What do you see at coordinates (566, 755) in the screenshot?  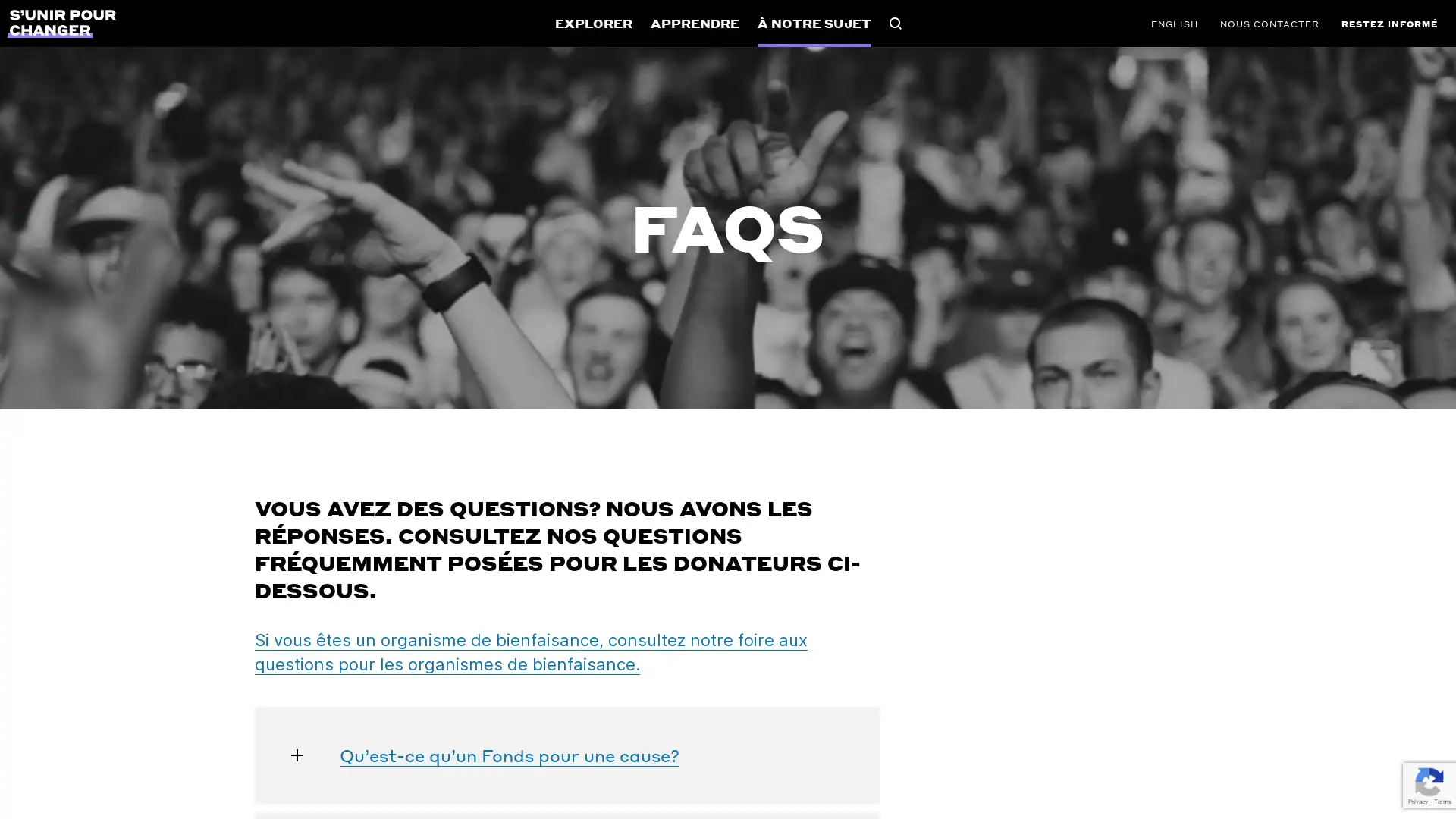 I see `Quest-ce quun Fonds pour une cause?` at bounding box center [566, 755].